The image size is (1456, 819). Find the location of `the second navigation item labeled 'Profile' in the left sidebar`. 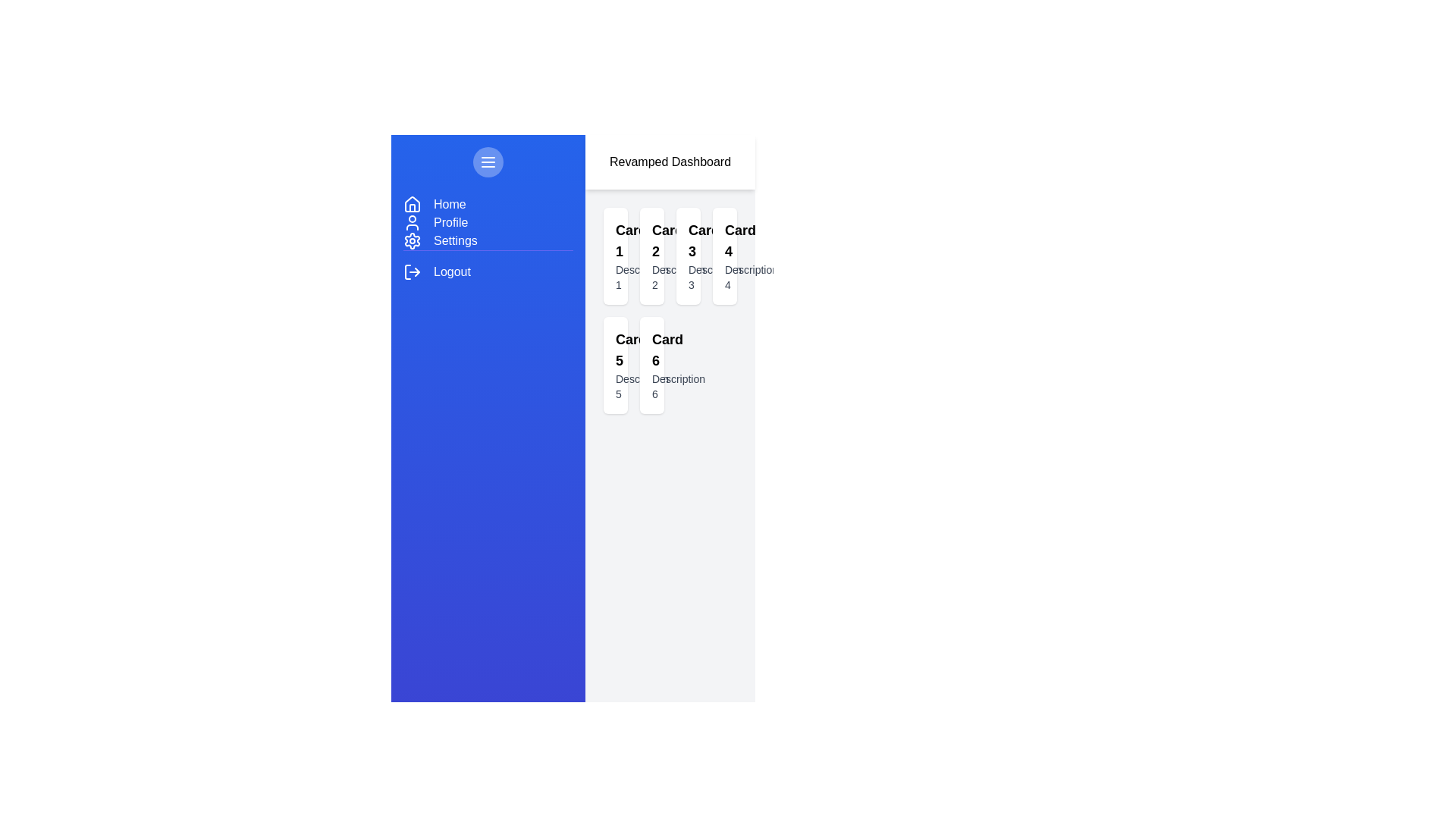

the second navigation item labeled 'Profile' in the left sidebar is located at coordinates (450, 222).